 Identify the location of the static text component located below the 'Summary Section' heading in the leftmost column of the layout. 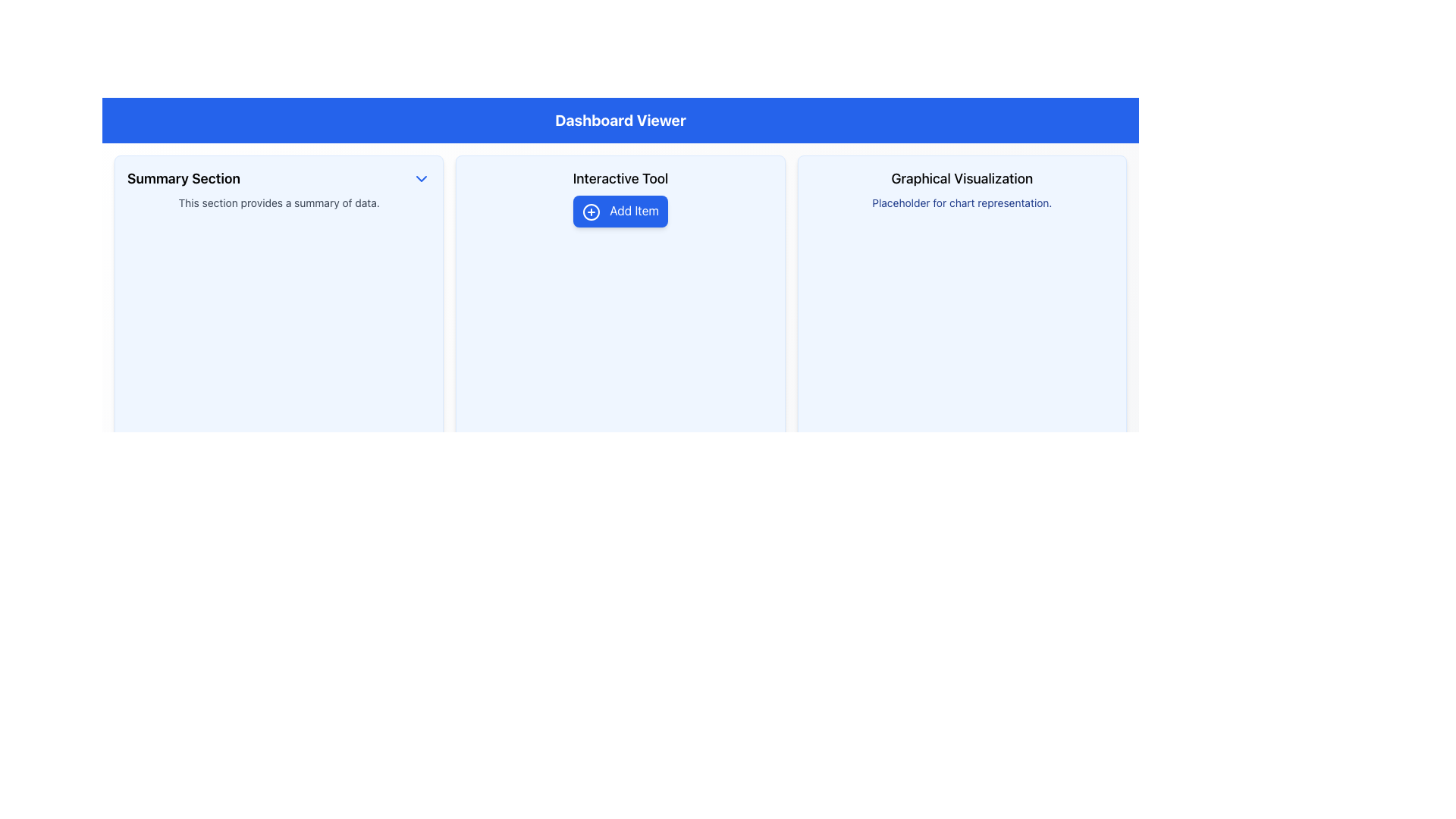
(279, 202).